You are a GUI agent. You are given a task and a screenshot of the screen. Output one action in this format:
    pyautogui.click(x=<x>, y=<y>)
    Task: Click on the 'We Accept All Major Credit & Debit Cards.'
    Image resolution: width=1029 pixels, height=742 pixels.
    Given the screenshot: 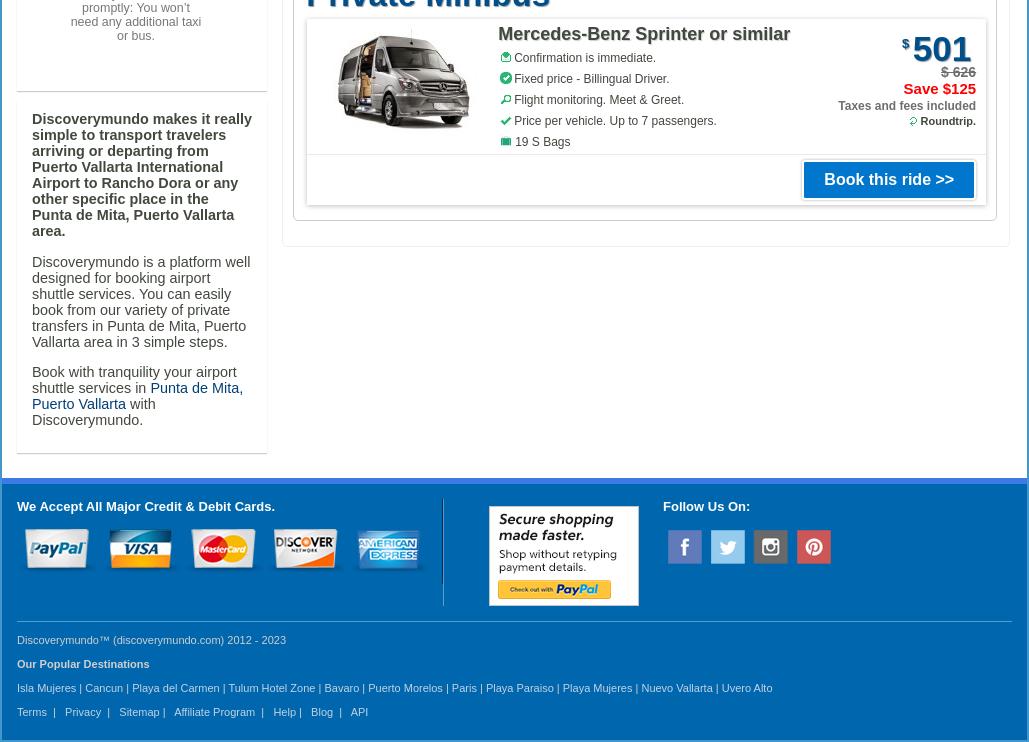 What is the action you would take?
    pyautogui.click(x=145, y=505)
    